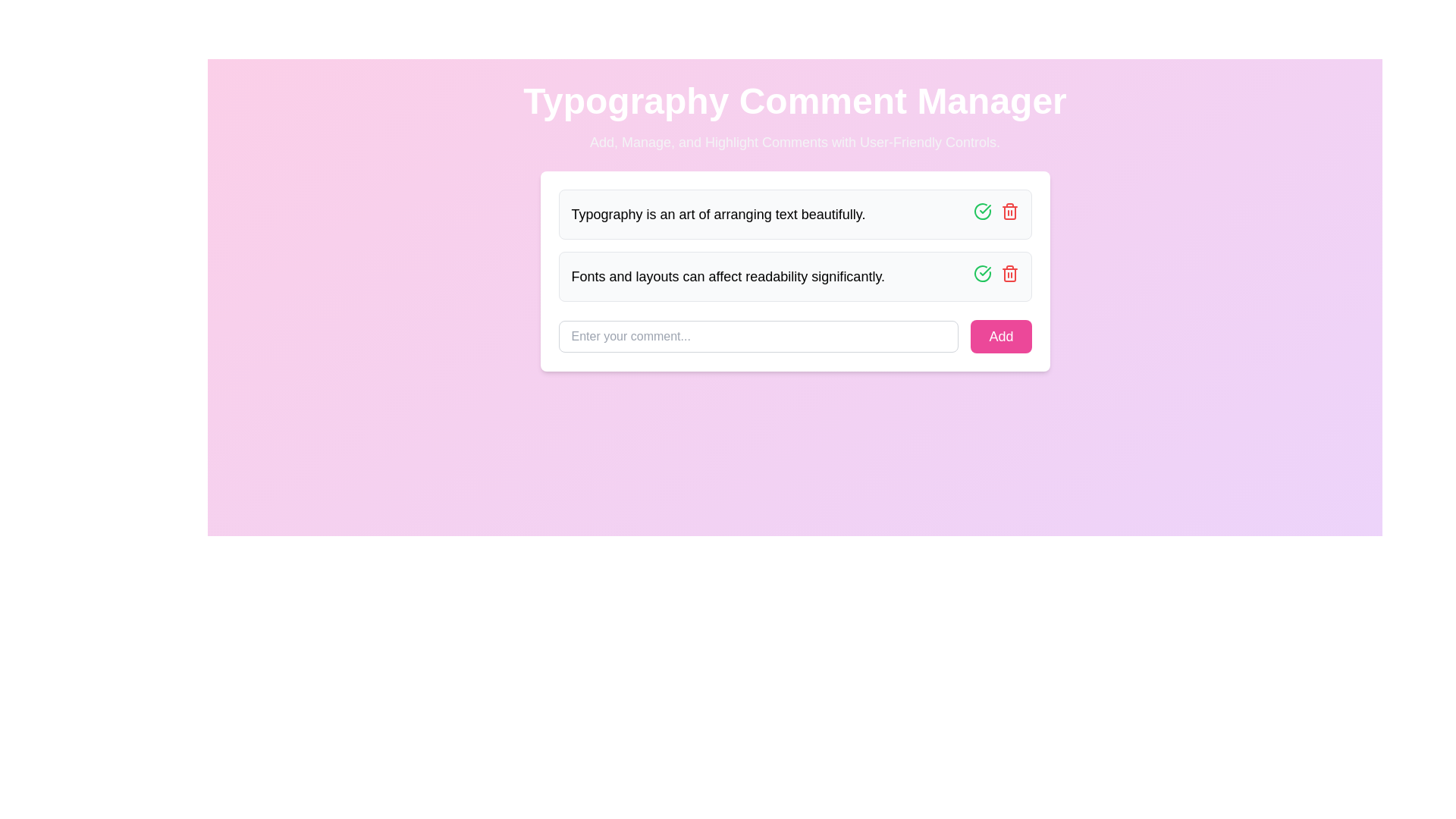 The width and height of the screenshot is (1456, 819). What do you see at coordinates (1001, 335) in the screenshot?
I see `the pink rectangular button with rounded corners labeled 'Add'` at bounding box center [1001, 335].